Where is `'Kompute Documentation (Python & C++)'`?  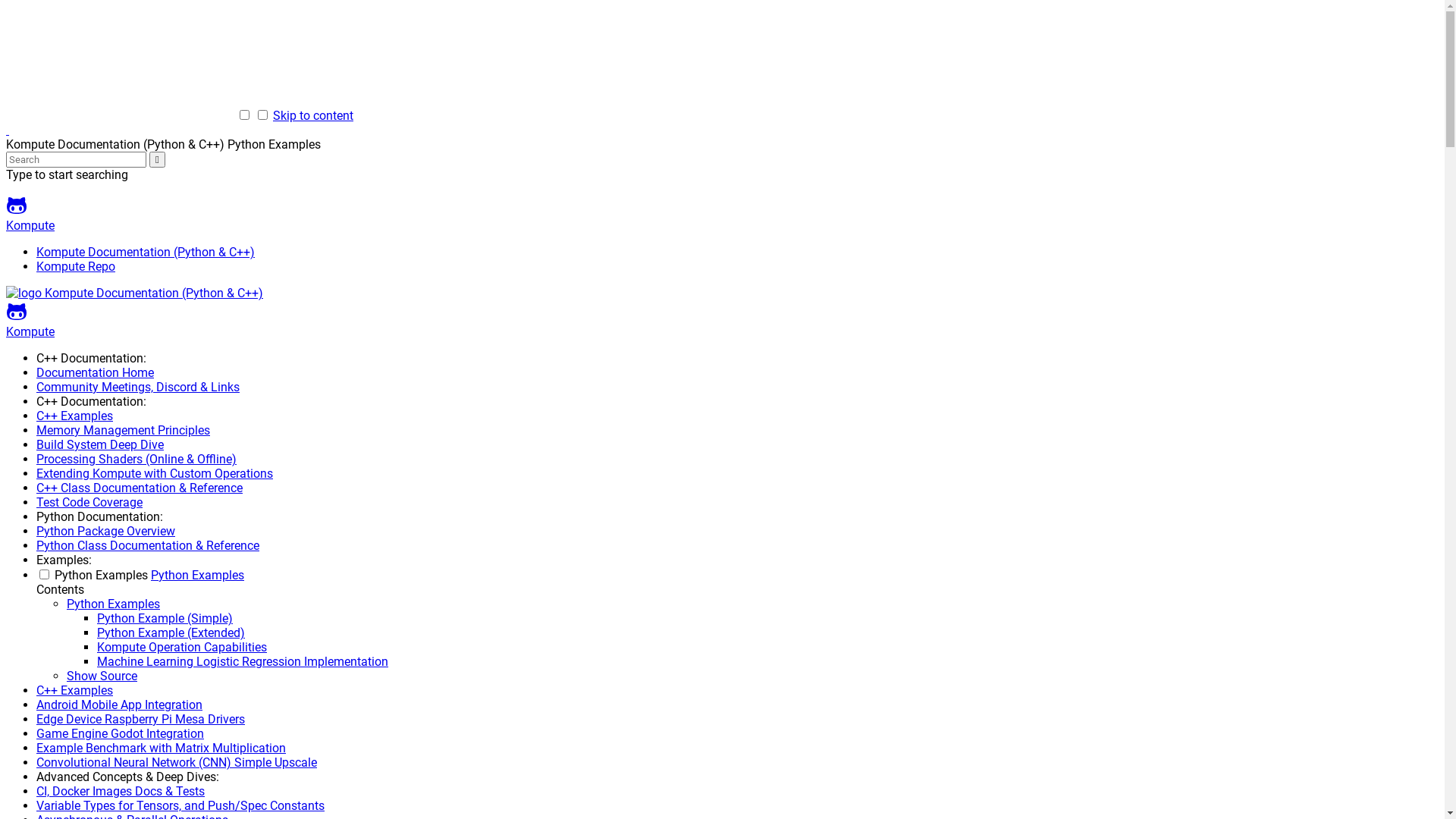 'Kompute Documentation (Python & C++)' is located at coordinates (146, 251).